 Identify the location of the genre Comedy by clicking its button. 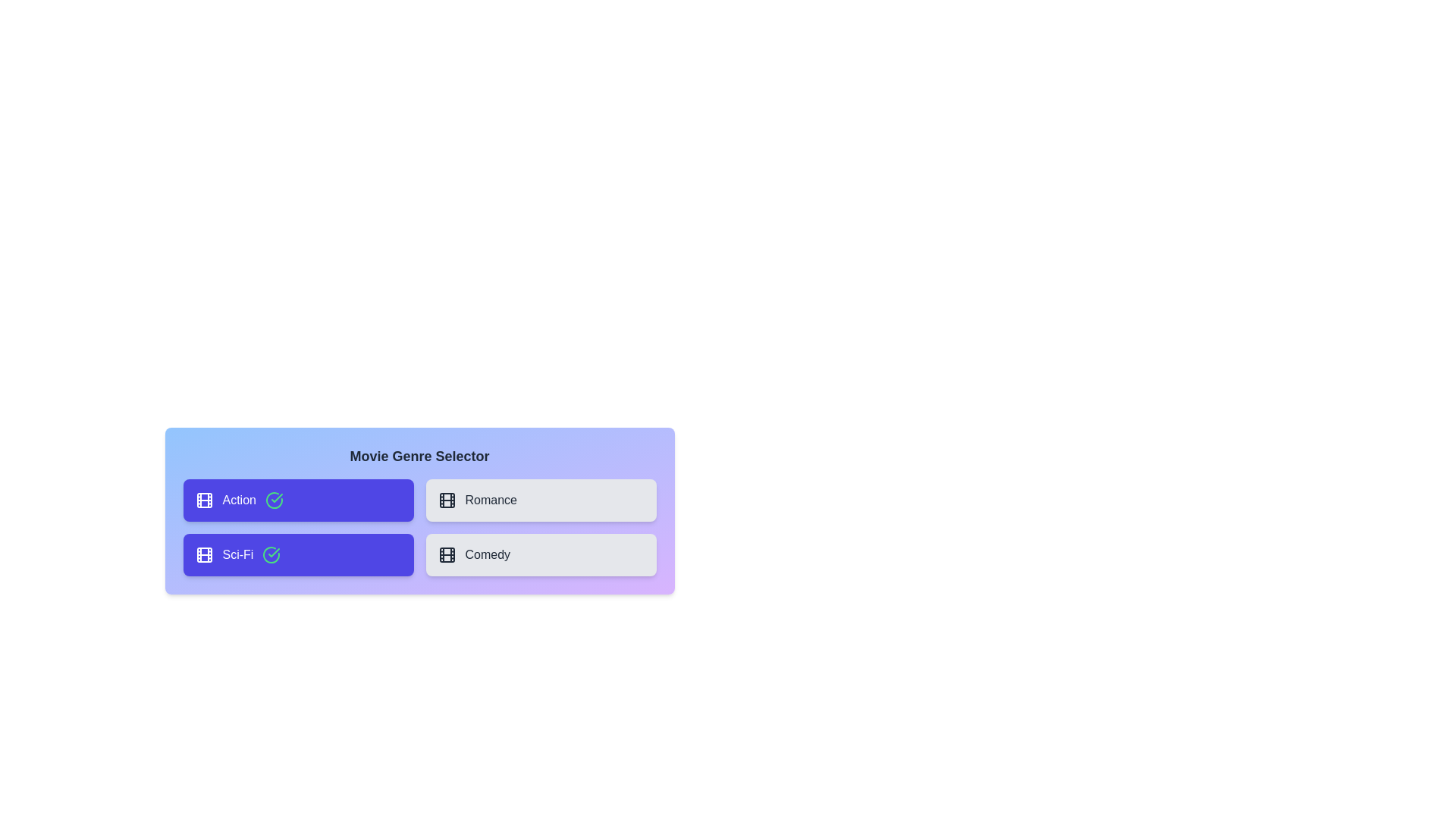
(541, 555).